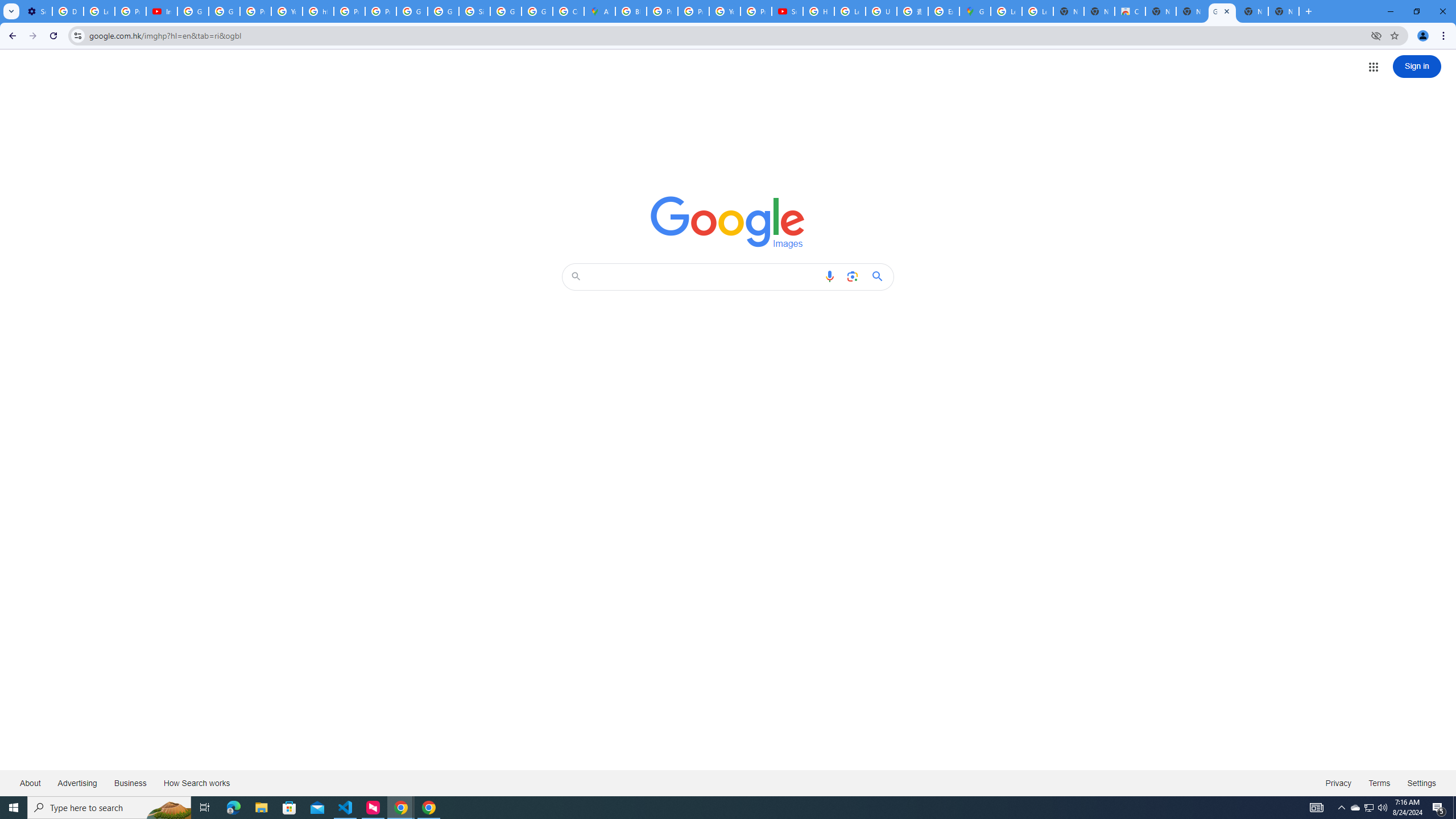  Describe the element at coordinates (30, 782) in the screenshot. I see `'About'` at that location.